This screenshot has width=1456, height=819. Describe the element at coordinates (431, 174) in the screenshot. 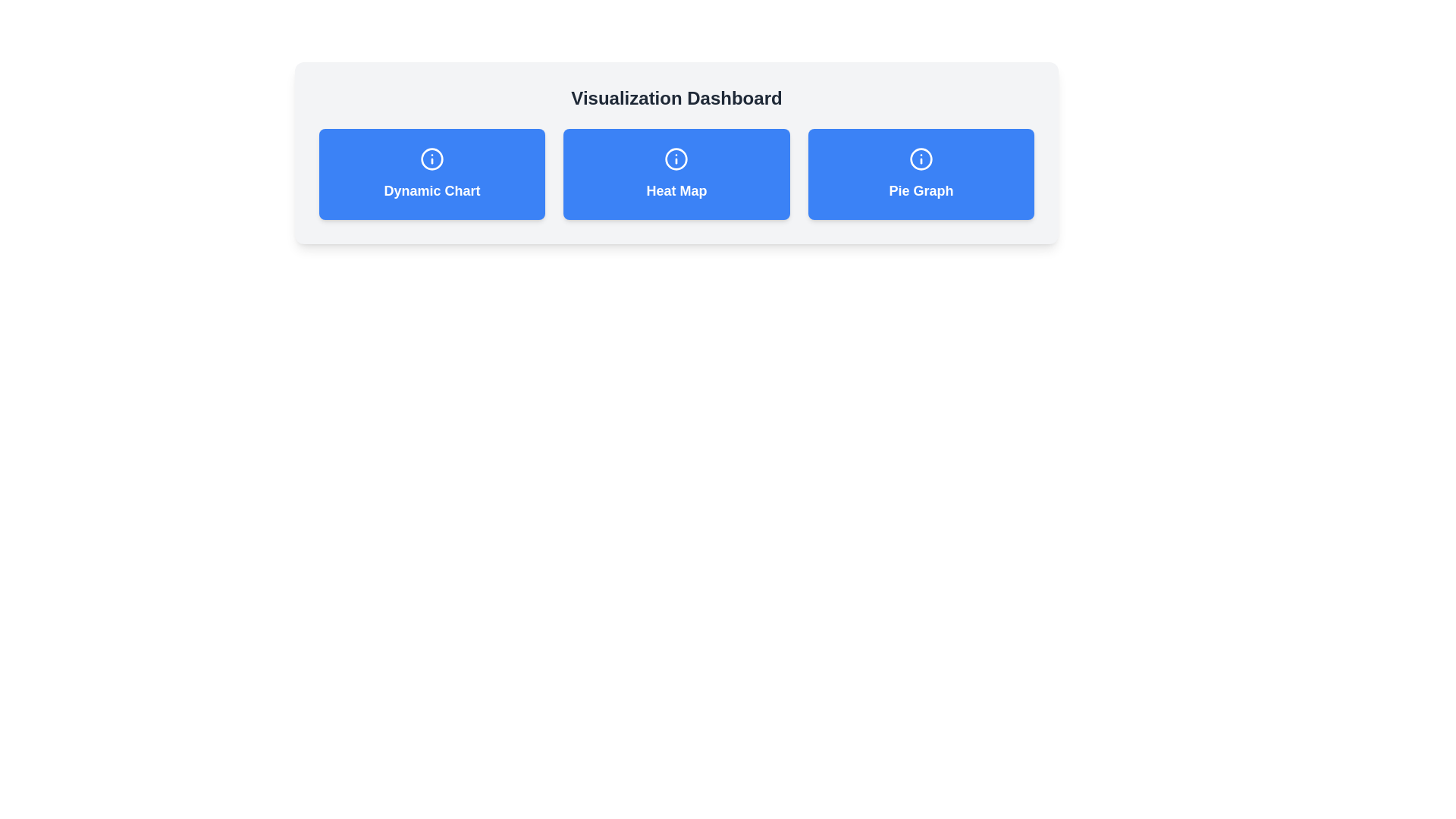

I see `the first button in the horizontal grid, which serves as a navigation trigger to a dynamic chart-related page` at that location.